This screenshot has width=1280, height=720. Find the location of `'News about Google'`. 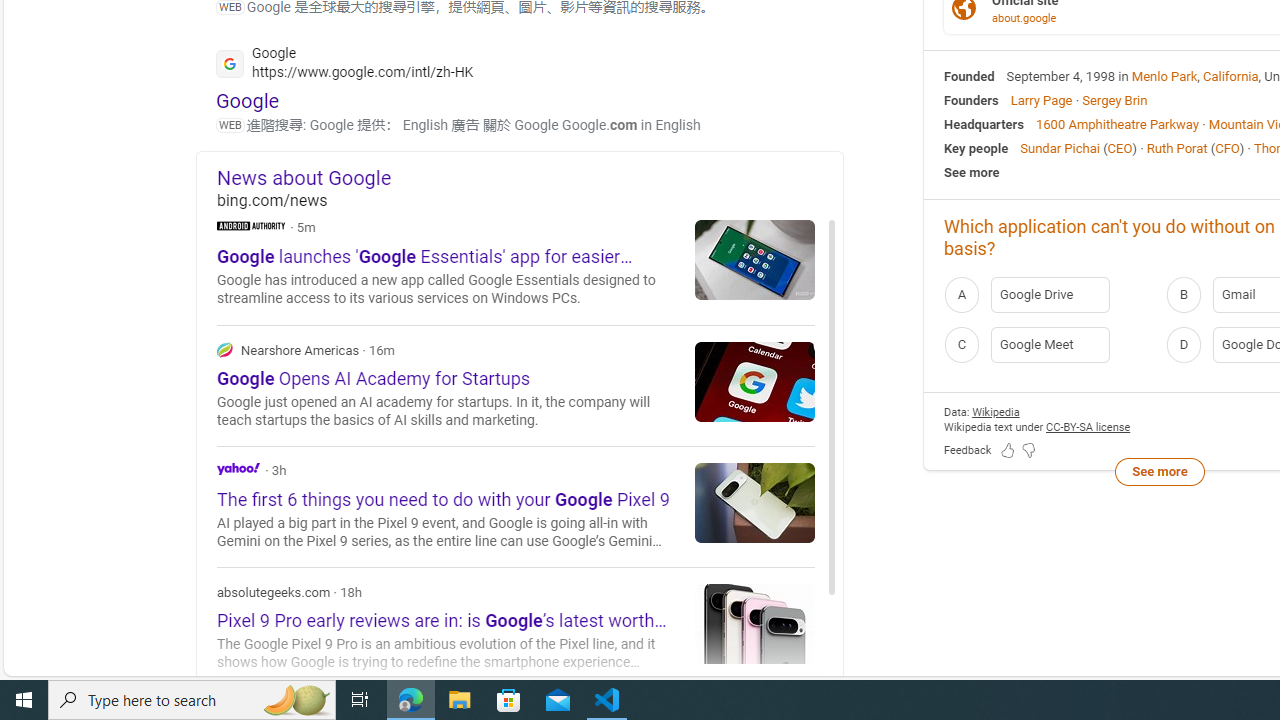

'News about Google' is located at coordinates (530, 176).